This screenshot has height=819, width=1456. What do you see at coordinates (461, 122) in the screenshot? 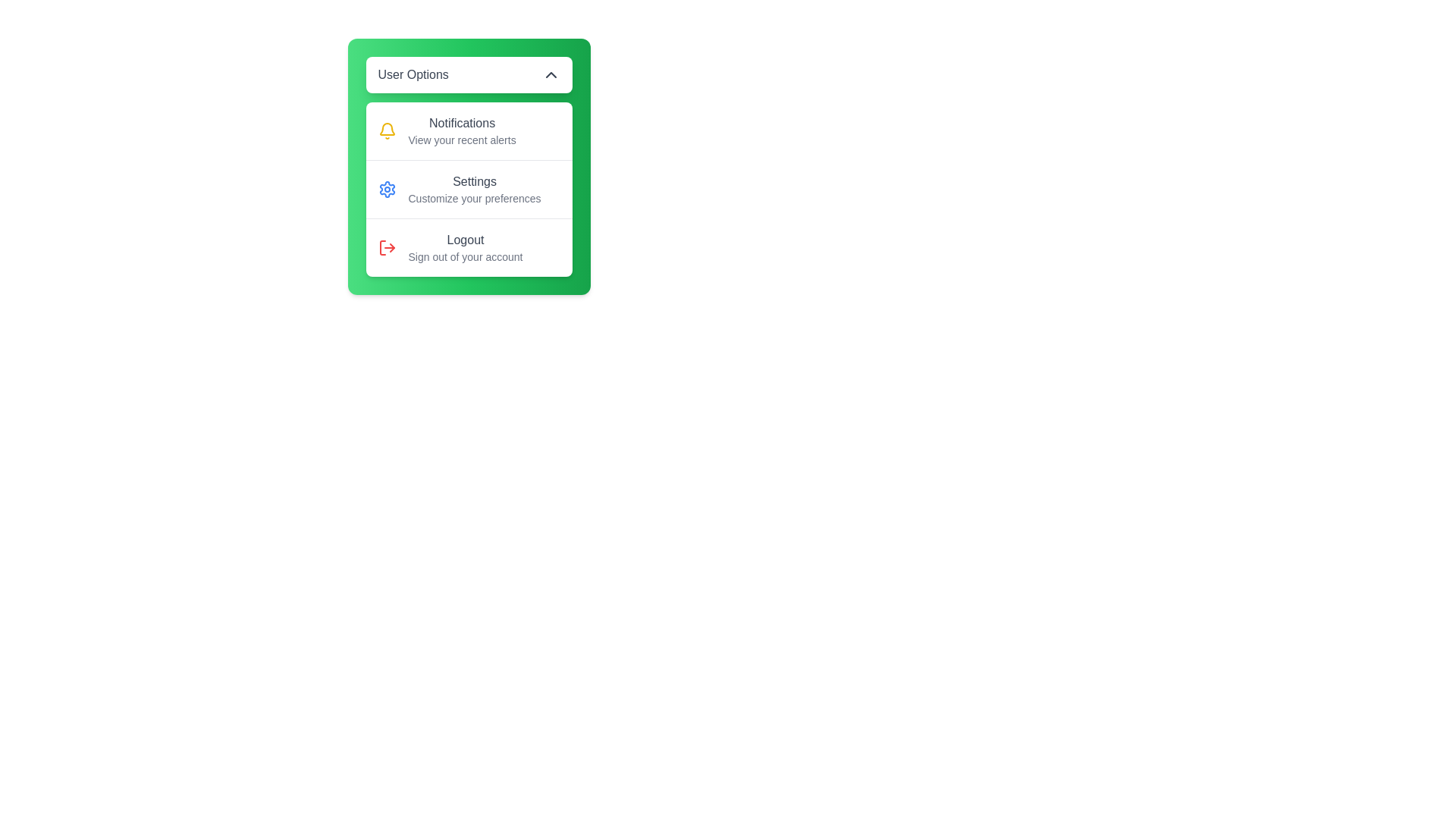
I see `the 'Notifications' label located in the 'User Options' menu, positioned above the 'View your recent alerts' text and beside the bell icon` at bounding box center [461, 122].